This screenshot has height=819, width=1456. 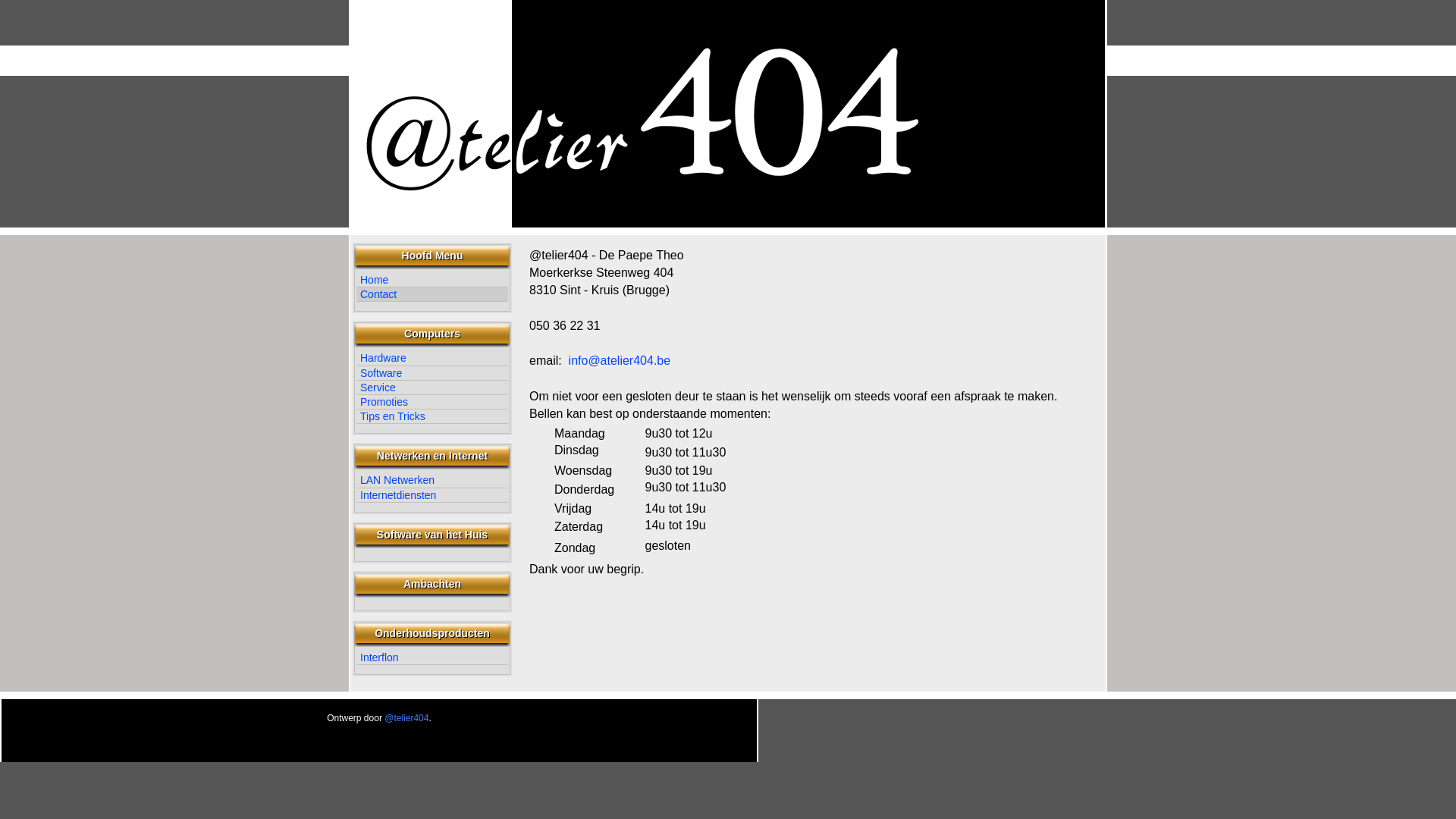 I want to click on 'Contact', so click(x=431, y=294).